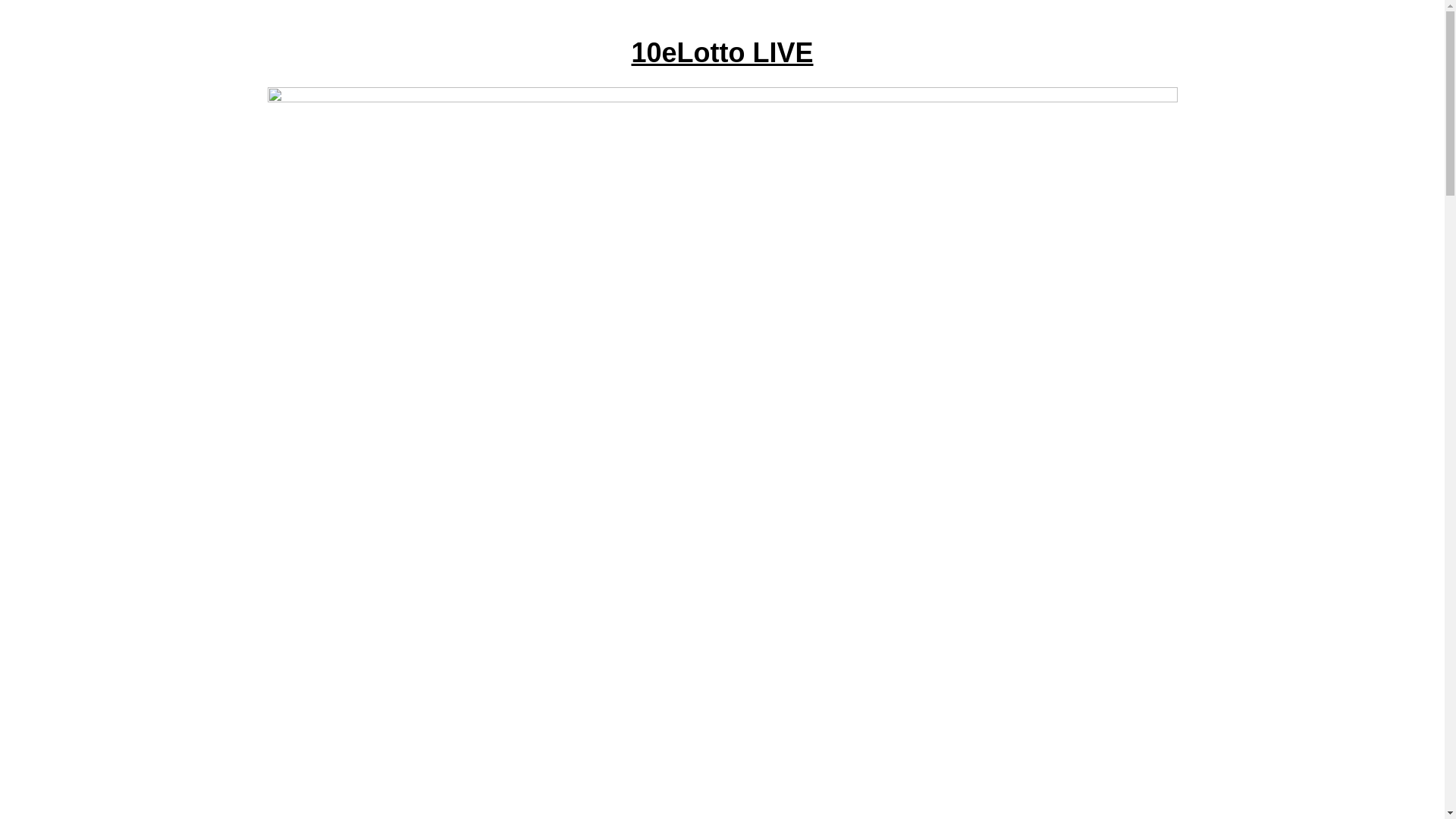 The image size is (1456, 819). Describe the element at coordinates (720, 52) in the screenshot. I see `'10eLotto LIVE'` at that location.